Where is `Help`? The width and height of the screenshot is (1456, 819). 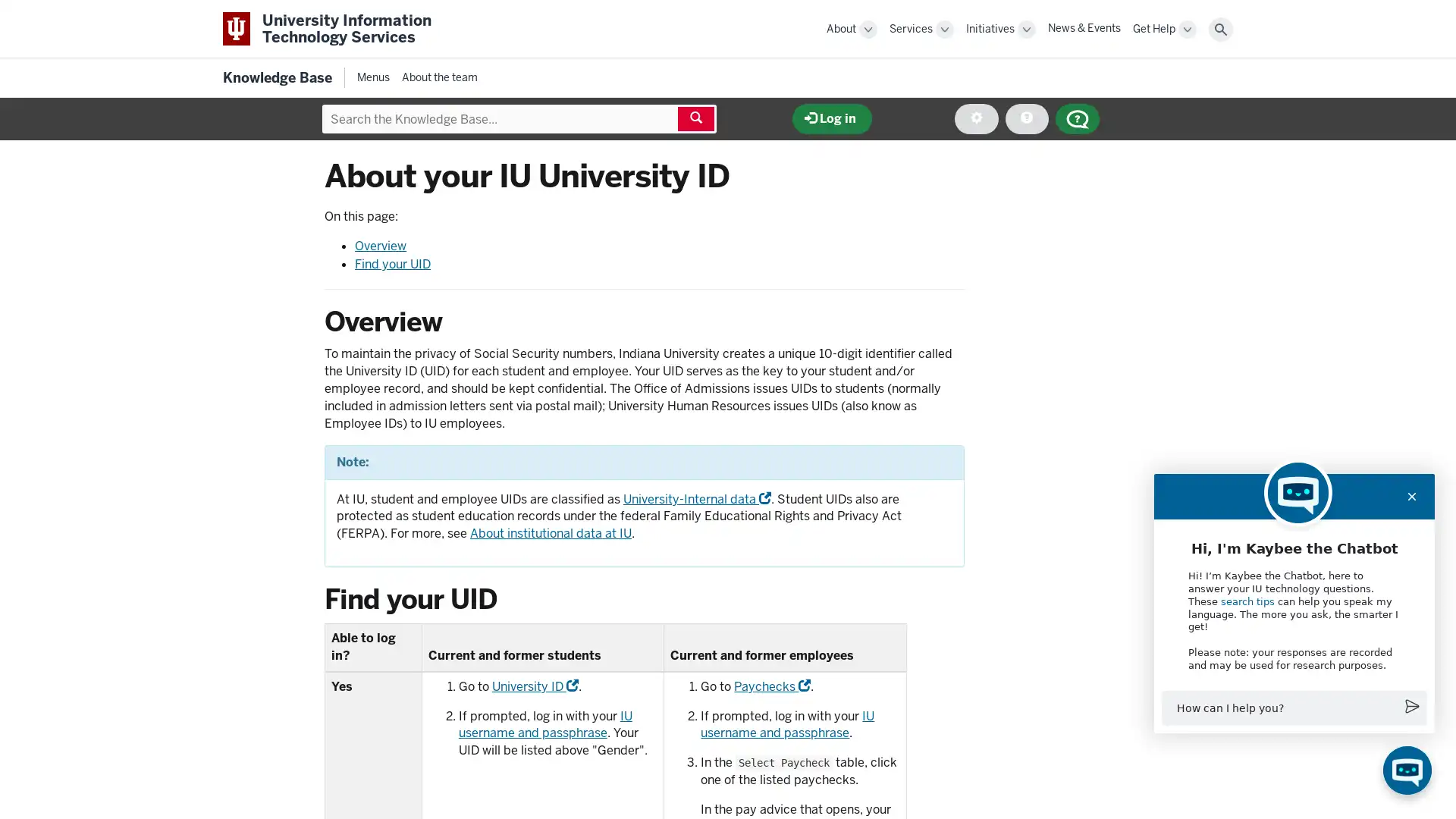 Help is located at coordinates (1026, 118).